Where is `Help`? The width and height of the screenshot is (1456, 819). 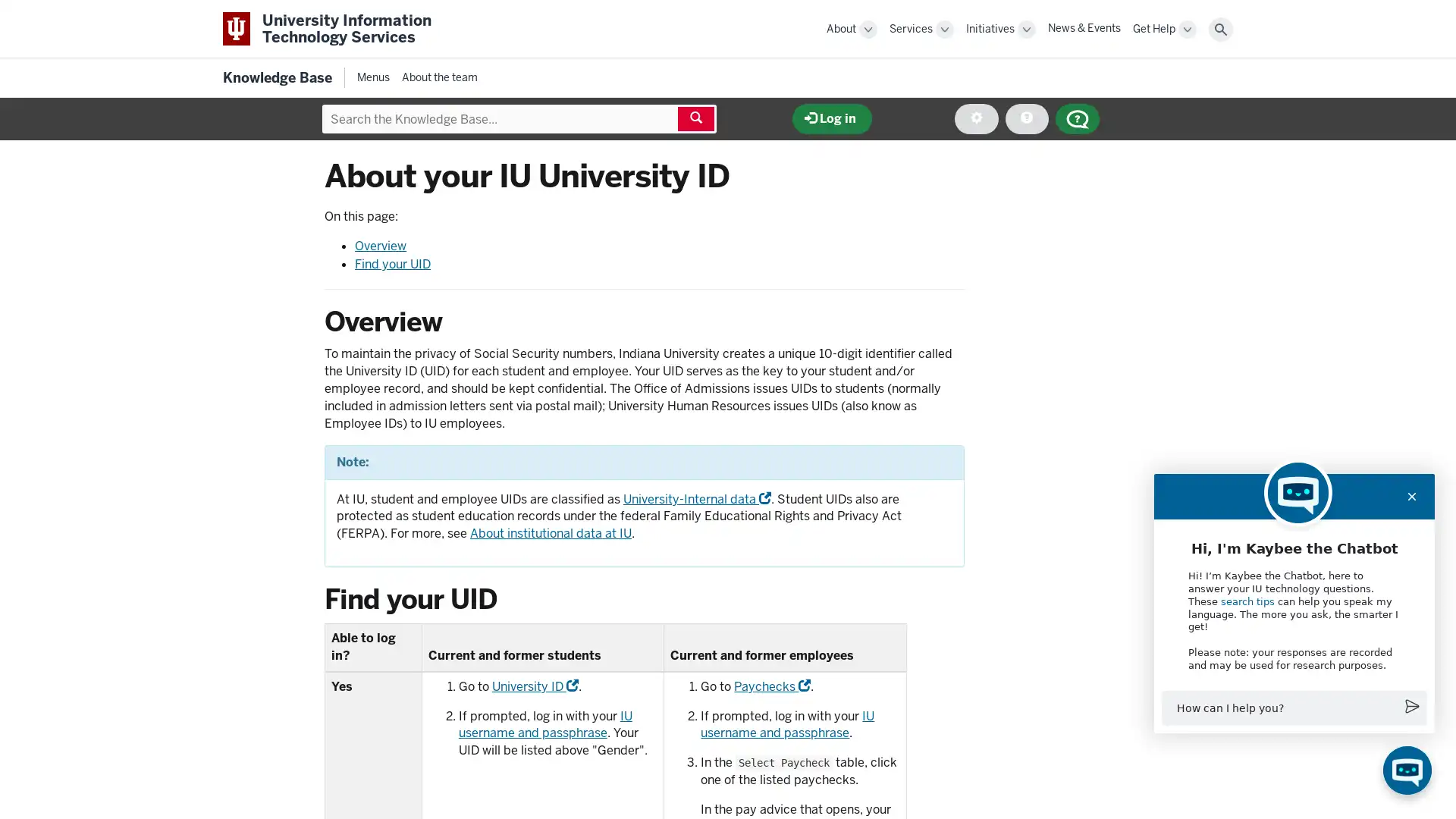 Help is located at coordinates (1026, 118).